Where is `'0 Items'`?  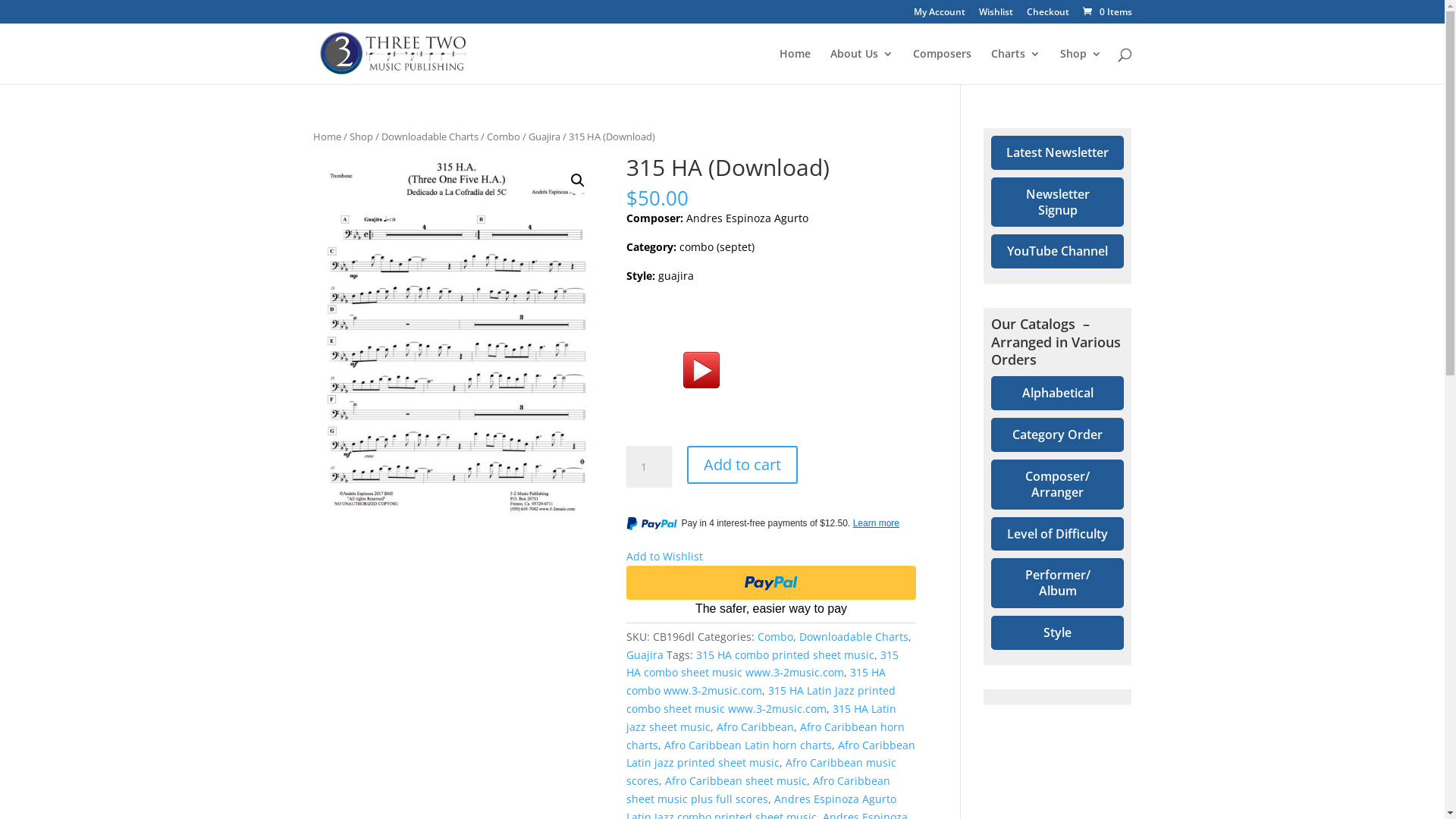 '0 Items' is located at coordinates (1079, 11).